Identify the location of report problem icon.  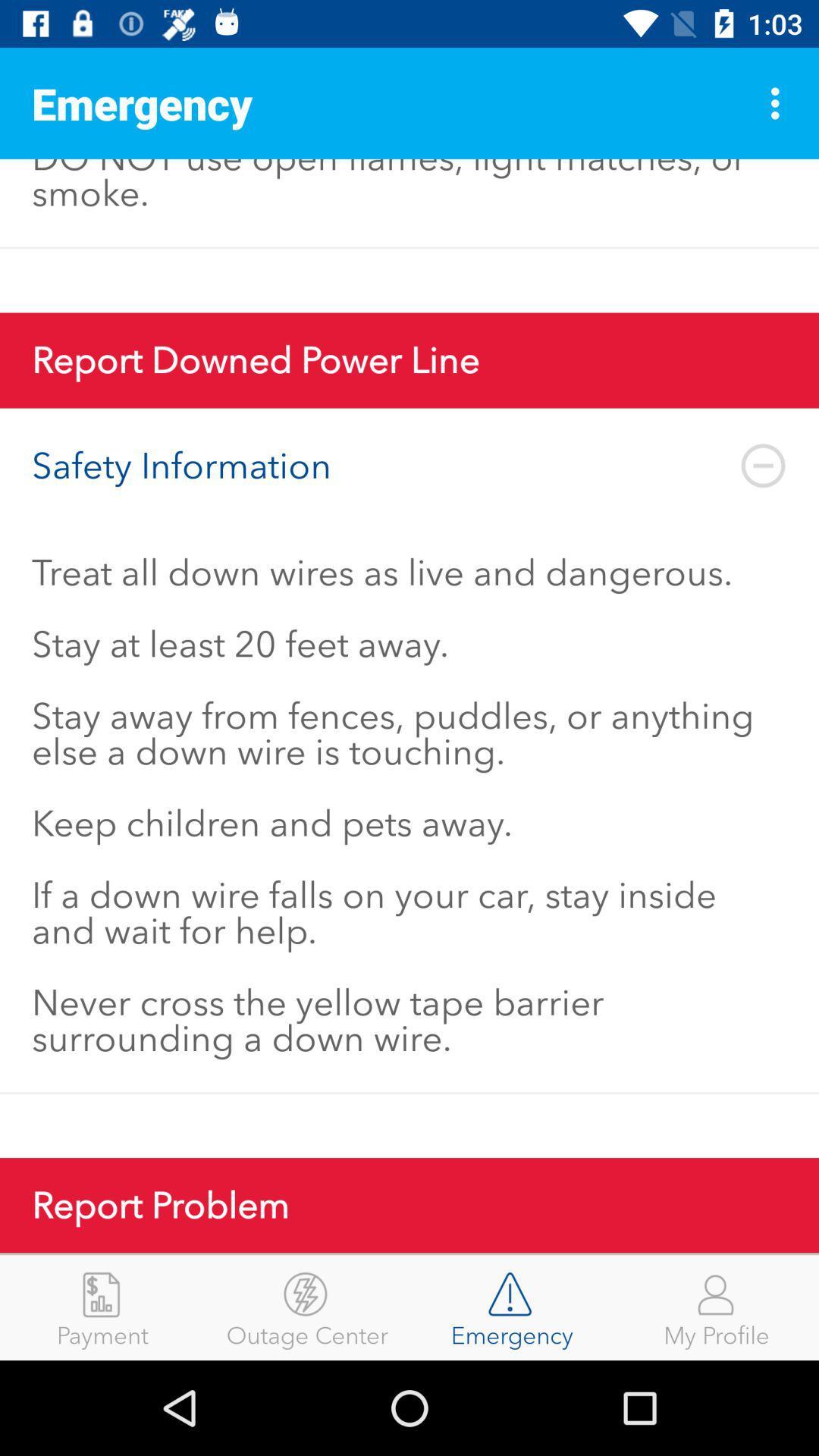
(409, 1204).